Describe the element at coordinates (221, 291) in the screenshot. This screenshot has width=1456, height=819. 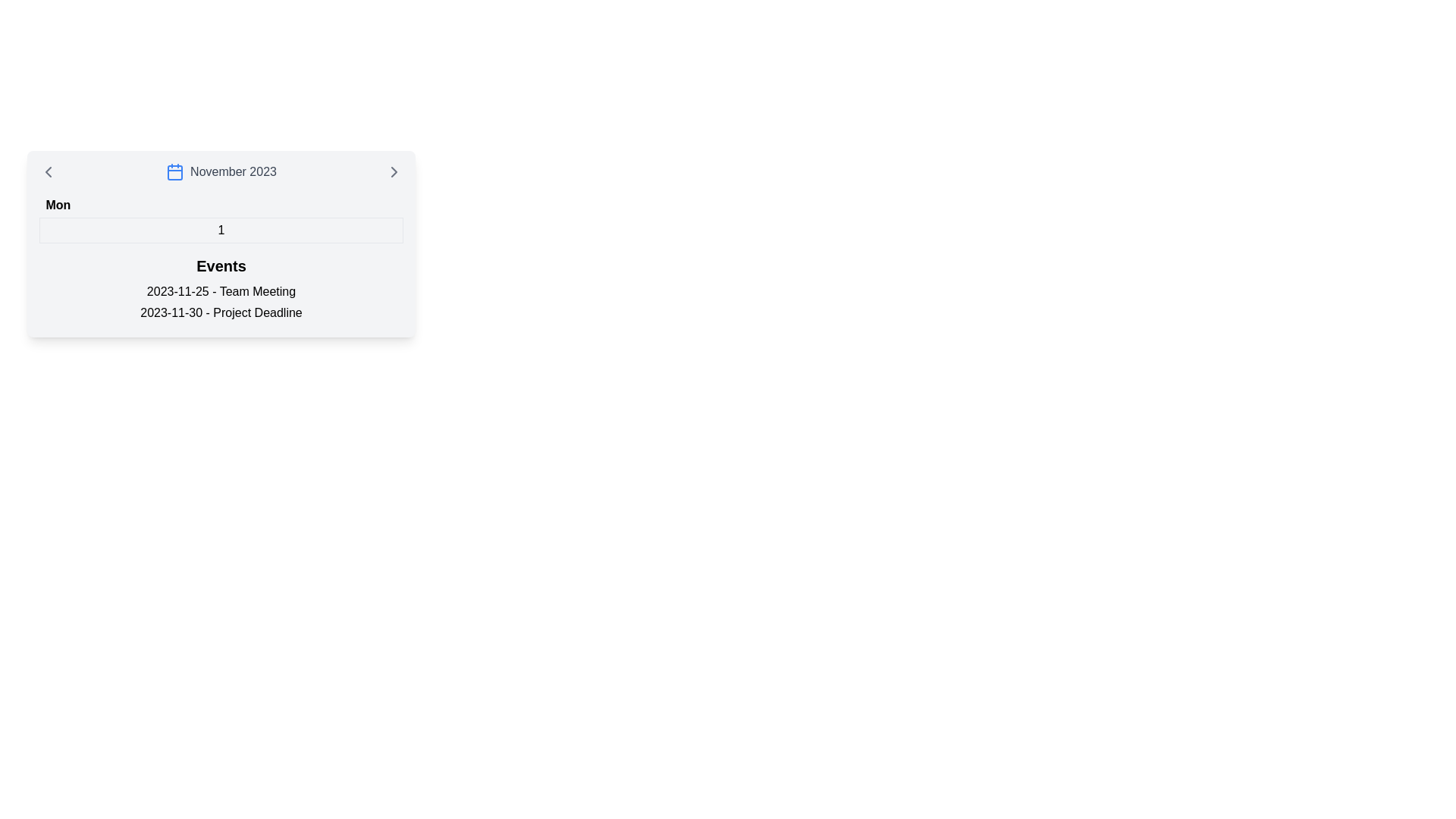
I see `text displayed in the element showing '2023-11-25 - Team Meeting', which is located under the 'Events' section of the calendar interface` at that location.